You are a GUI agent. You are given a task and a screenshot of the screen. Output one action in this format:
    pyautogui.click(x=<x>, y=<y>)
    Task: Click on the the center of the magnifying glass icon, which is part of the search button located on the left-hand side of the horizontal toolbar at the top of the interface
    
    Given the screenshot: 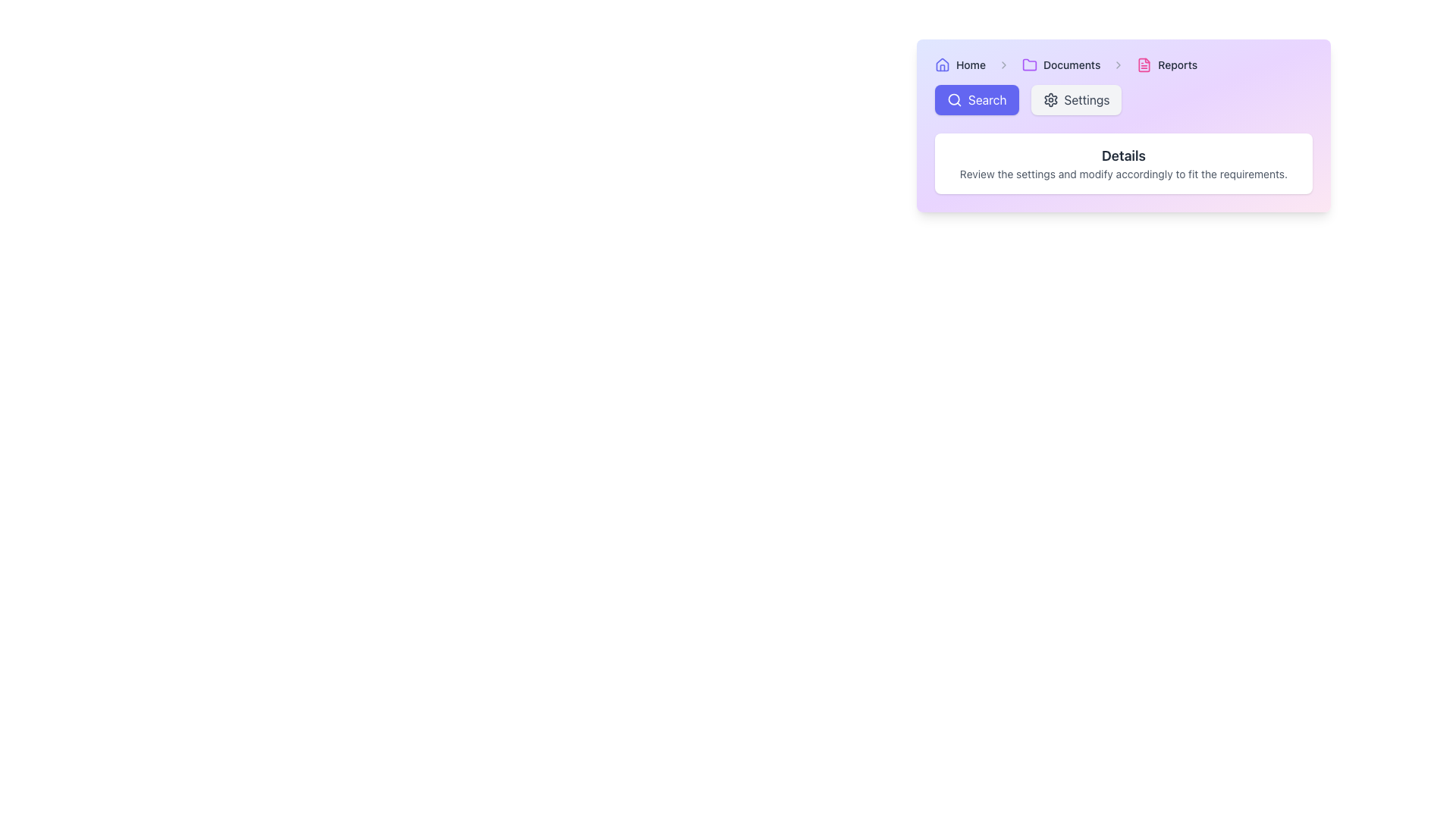 What is the action you would take?
    pyautogui.click(x=952, y=99)
    